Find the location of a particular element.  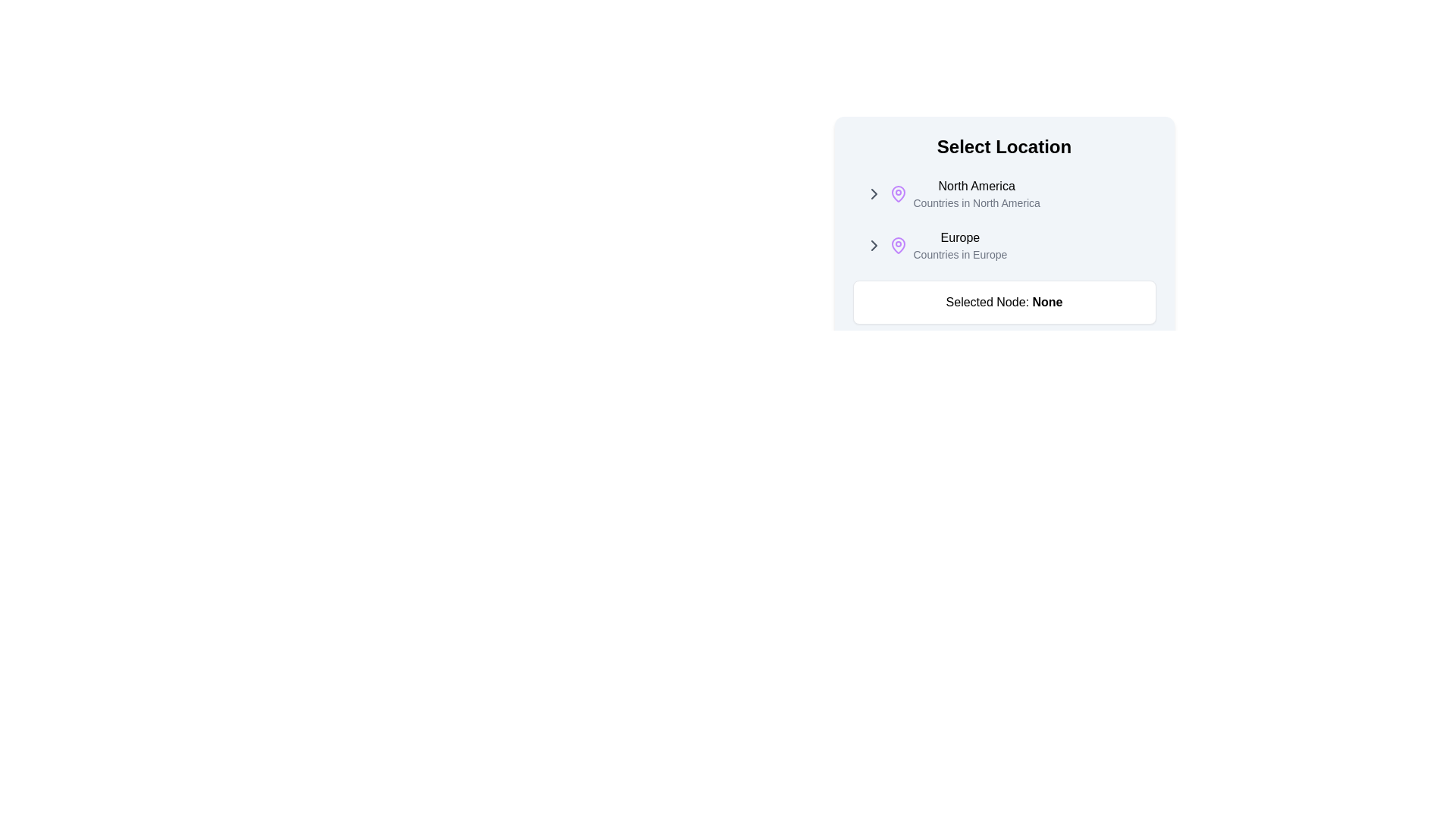

the text block indicating the region 'Europe', located in the right section of the interface under 'Select Location', as the second item below 'North America' is located at coordinates (959, 245).